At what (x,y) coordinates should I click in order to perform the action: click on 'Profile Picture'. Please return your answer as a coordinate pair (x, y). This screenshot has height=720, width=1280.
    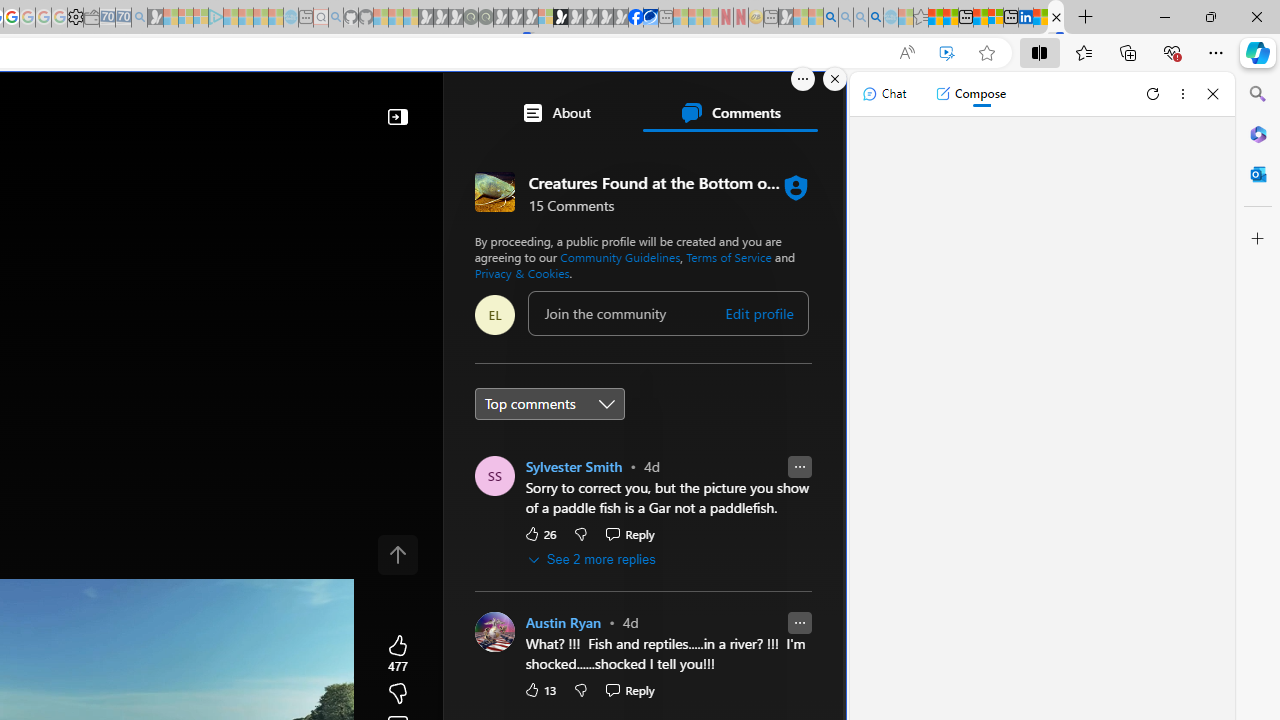
    Looking at the image, I should click on (494, 632).